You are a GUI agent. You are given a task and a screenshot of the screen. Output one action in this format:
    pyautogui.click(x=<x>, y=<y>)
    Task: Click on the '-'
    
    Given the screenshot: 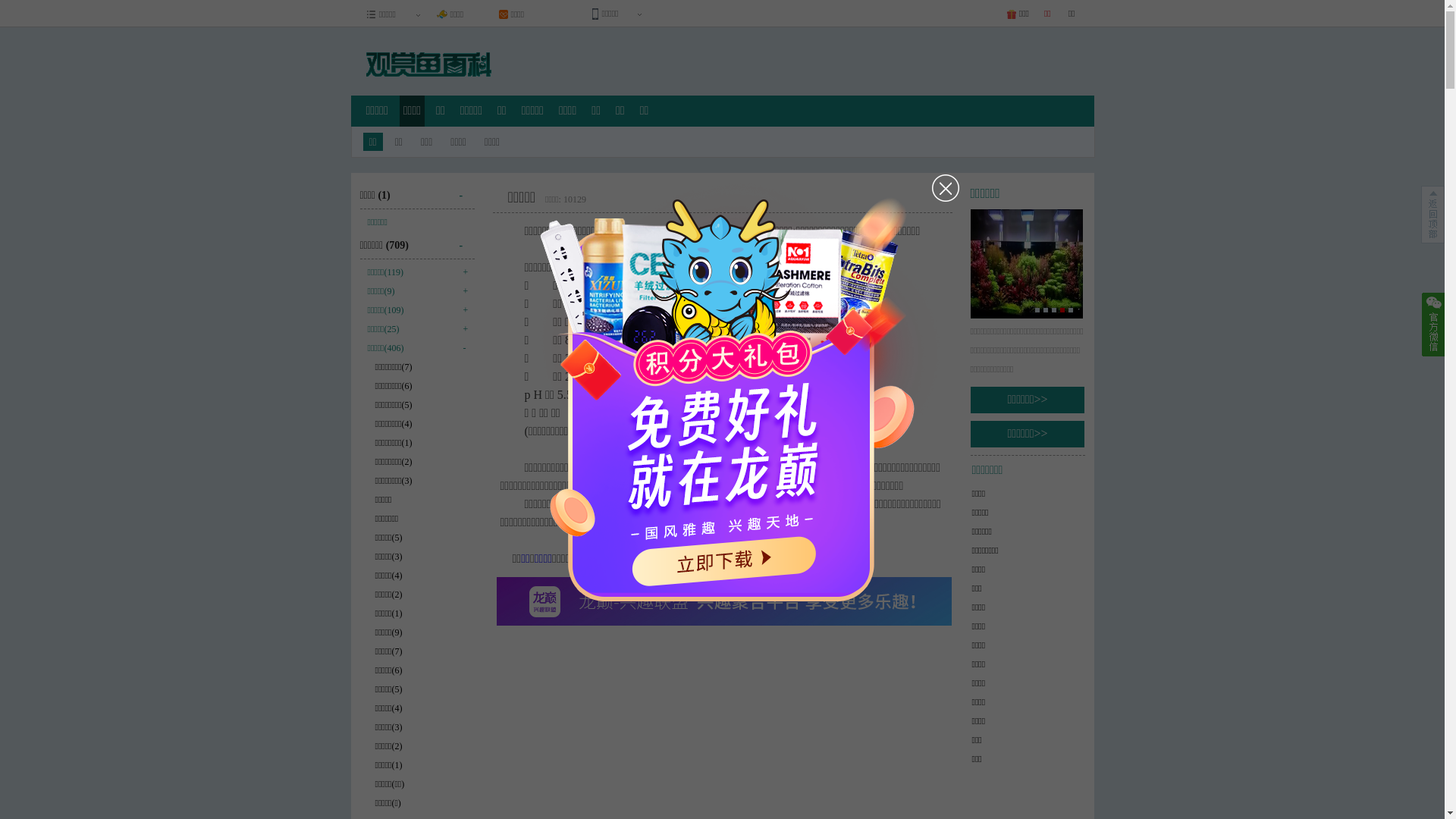 What is the action you would take?
    pyautogui.click(x=466, y=189)
    